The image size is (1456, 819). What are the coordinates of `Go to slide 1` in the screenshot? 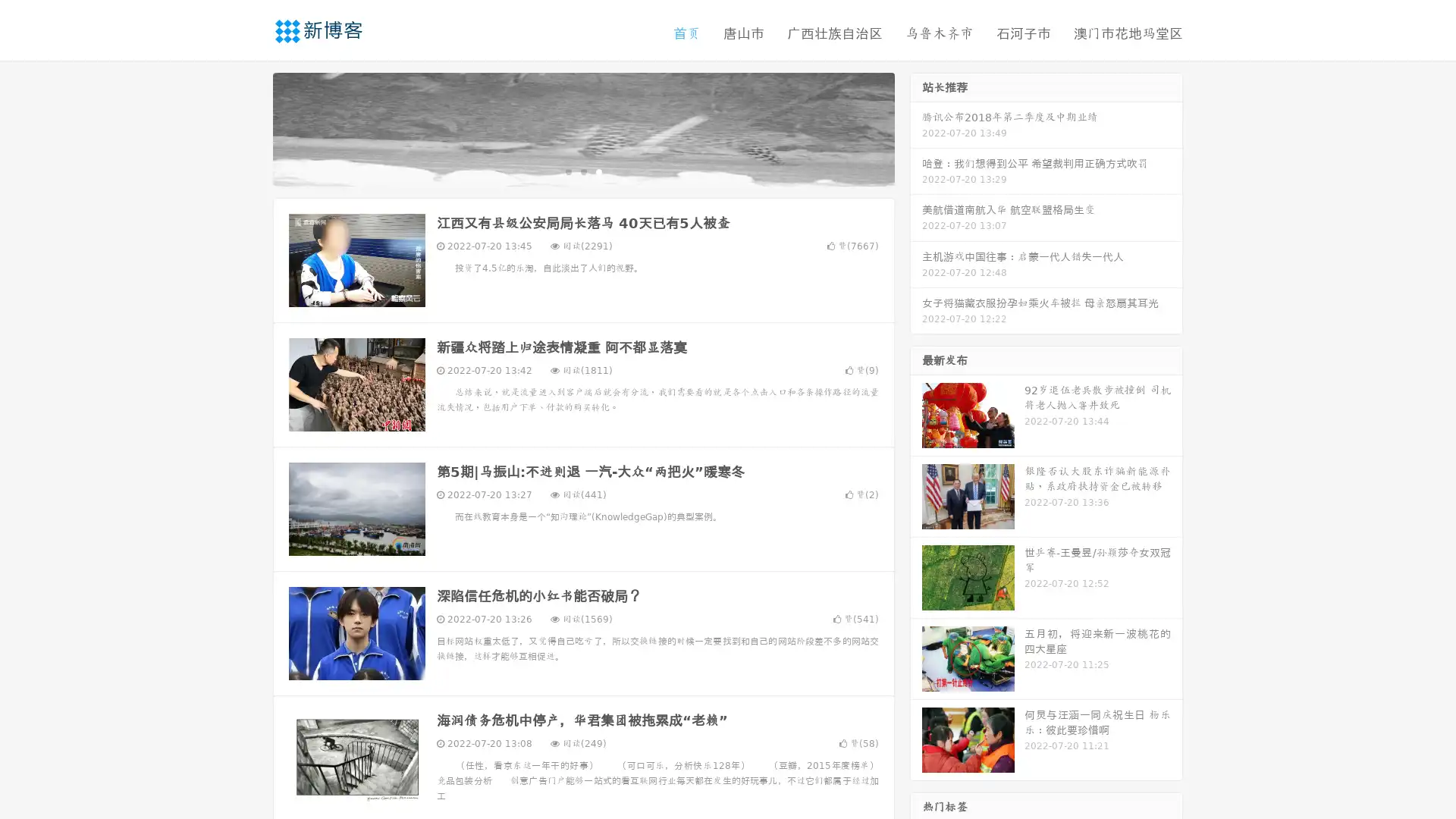 It's located at (567, 171).